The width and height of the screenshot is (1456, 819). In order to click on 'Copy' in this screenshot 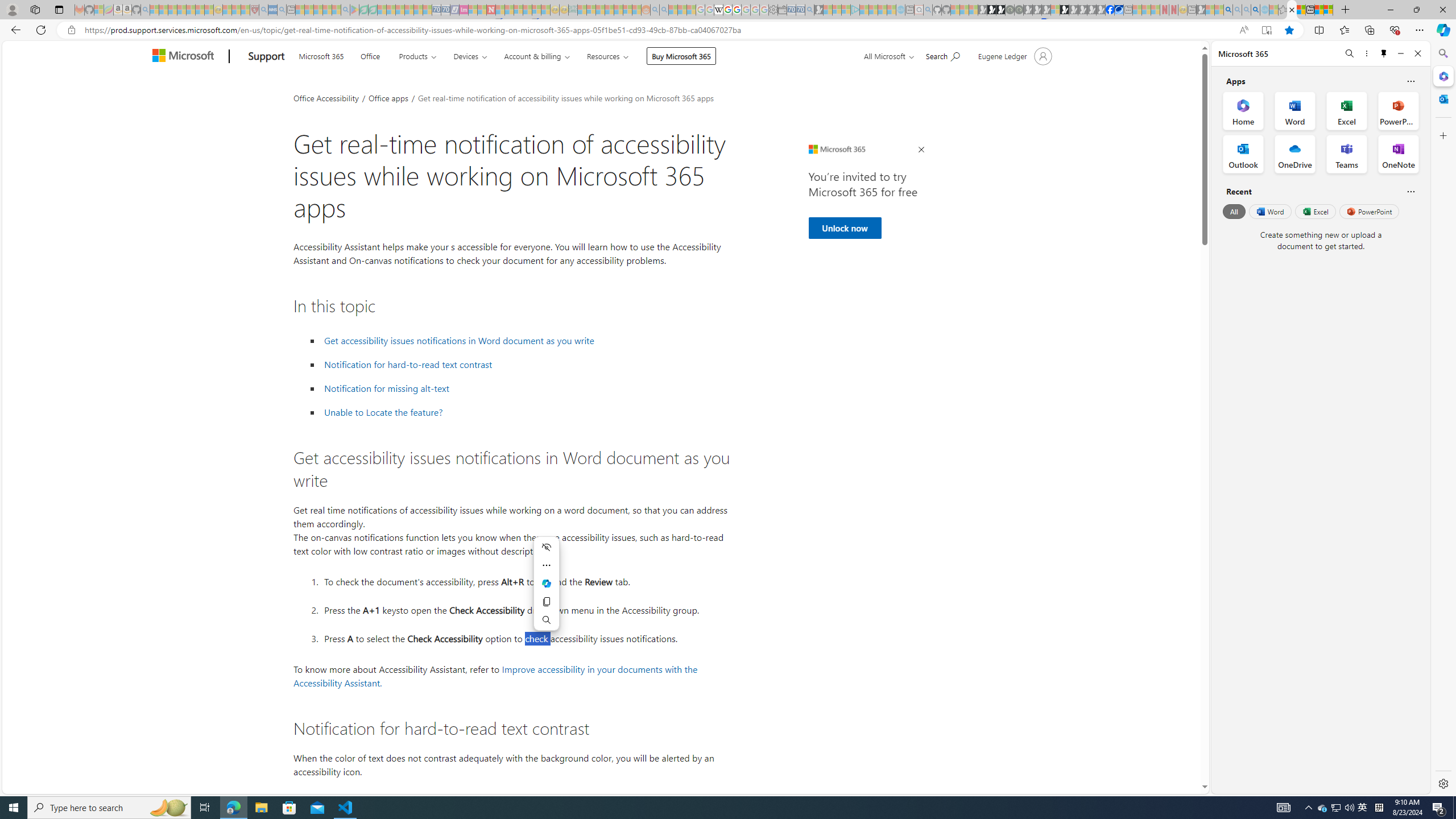, I will do `click(547, 601)`.